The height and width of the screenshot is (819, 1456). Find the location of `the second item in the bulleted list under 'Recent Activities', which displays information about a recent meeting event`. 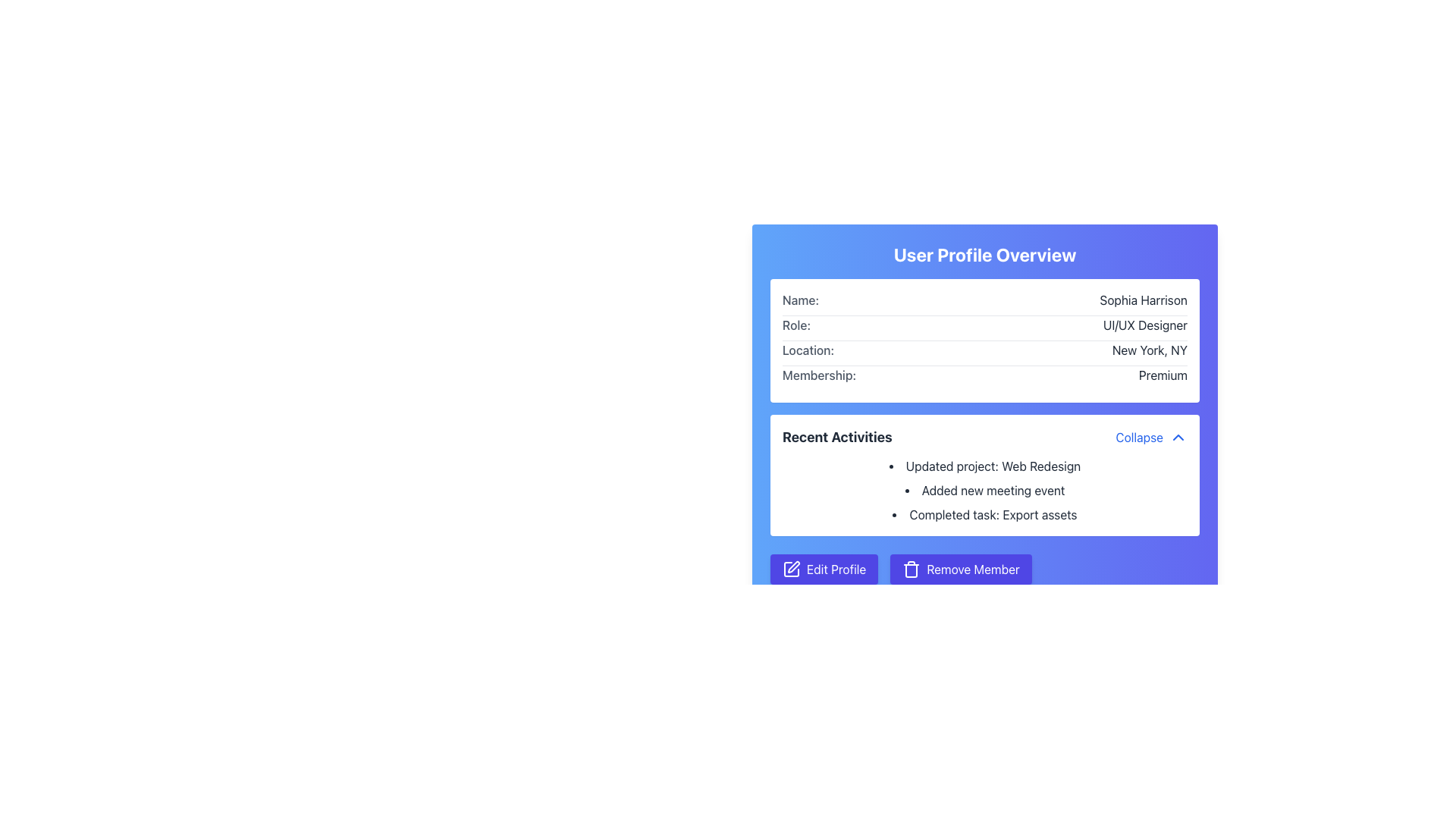

the second item in the bulleted list under 'Recent Activities', which displays information about a recent meeting event is located at coordinates (985, 491).